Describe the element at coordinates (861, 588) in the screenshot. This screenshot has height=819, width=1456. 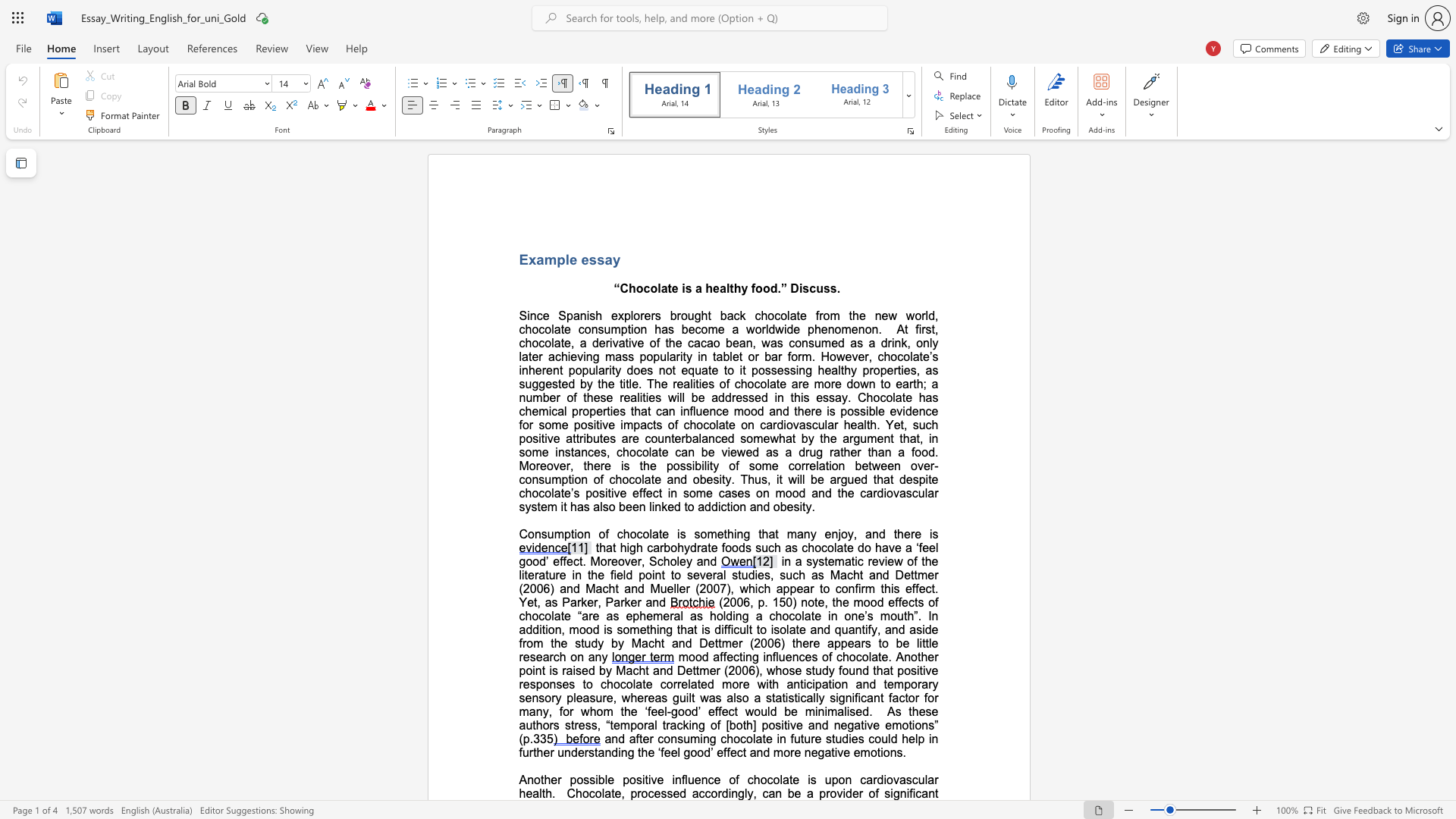
I see `the subset text "rm" within the text "appear to confirm"` at that location.